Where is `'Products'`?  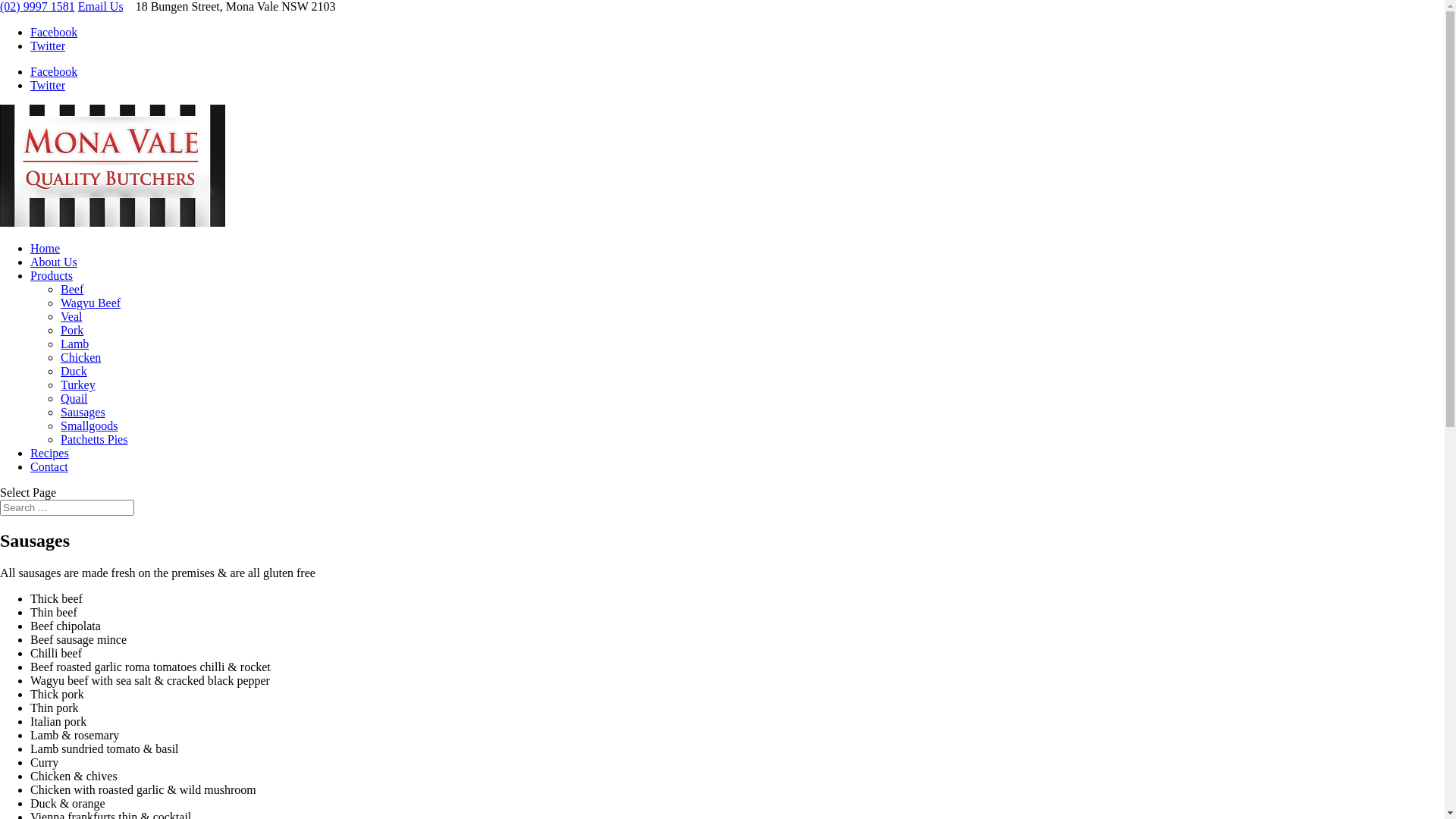
'Products' is located at coordinates (51, 275).